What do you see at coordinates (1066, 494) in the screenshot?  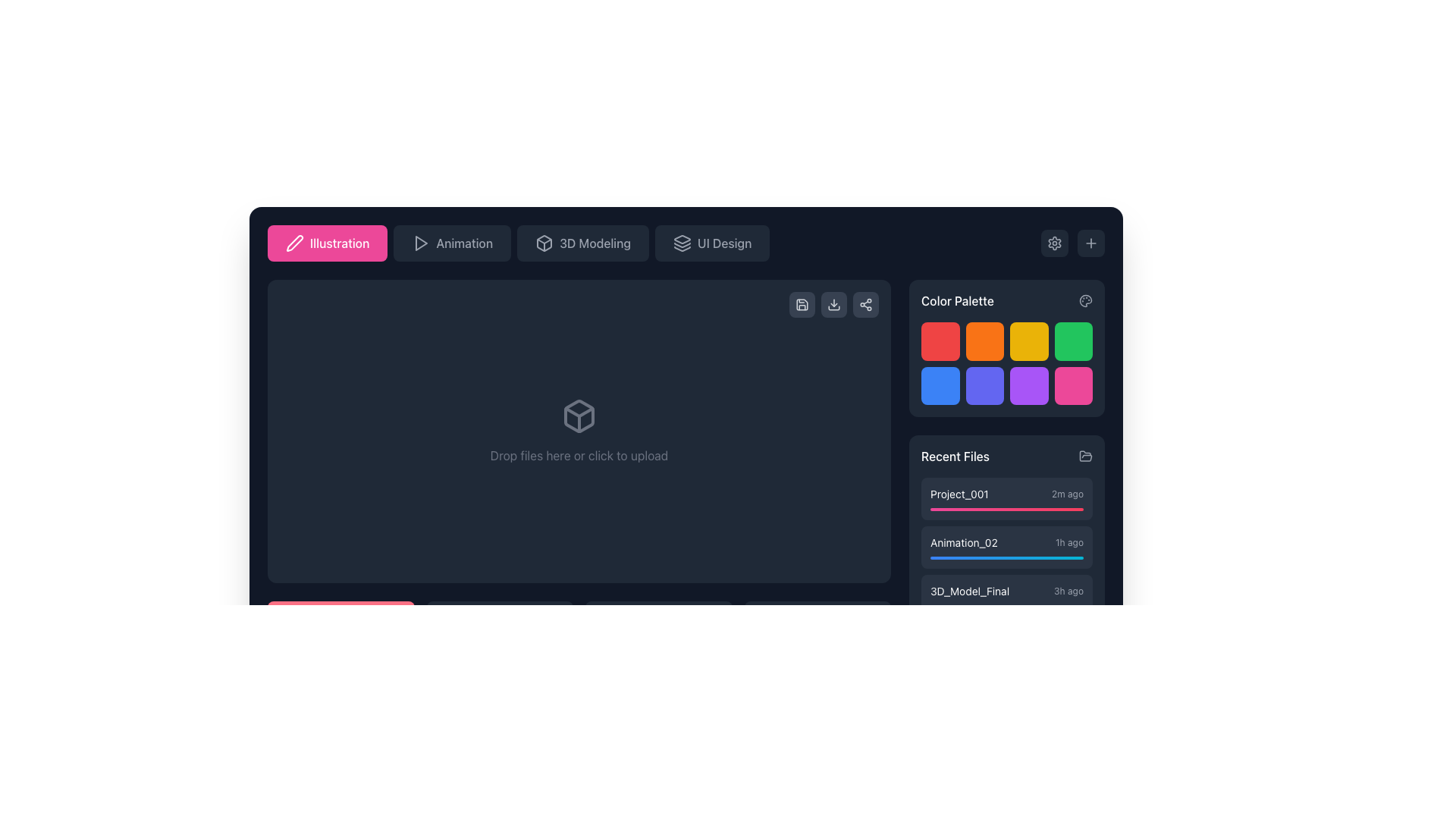 I see `the timestamp text label indicating '2 minutes ago' for the first item 'Project_001' in the 'Recent Files' list located on the right-hand side of the interface` at bounding box center [1066, 494].